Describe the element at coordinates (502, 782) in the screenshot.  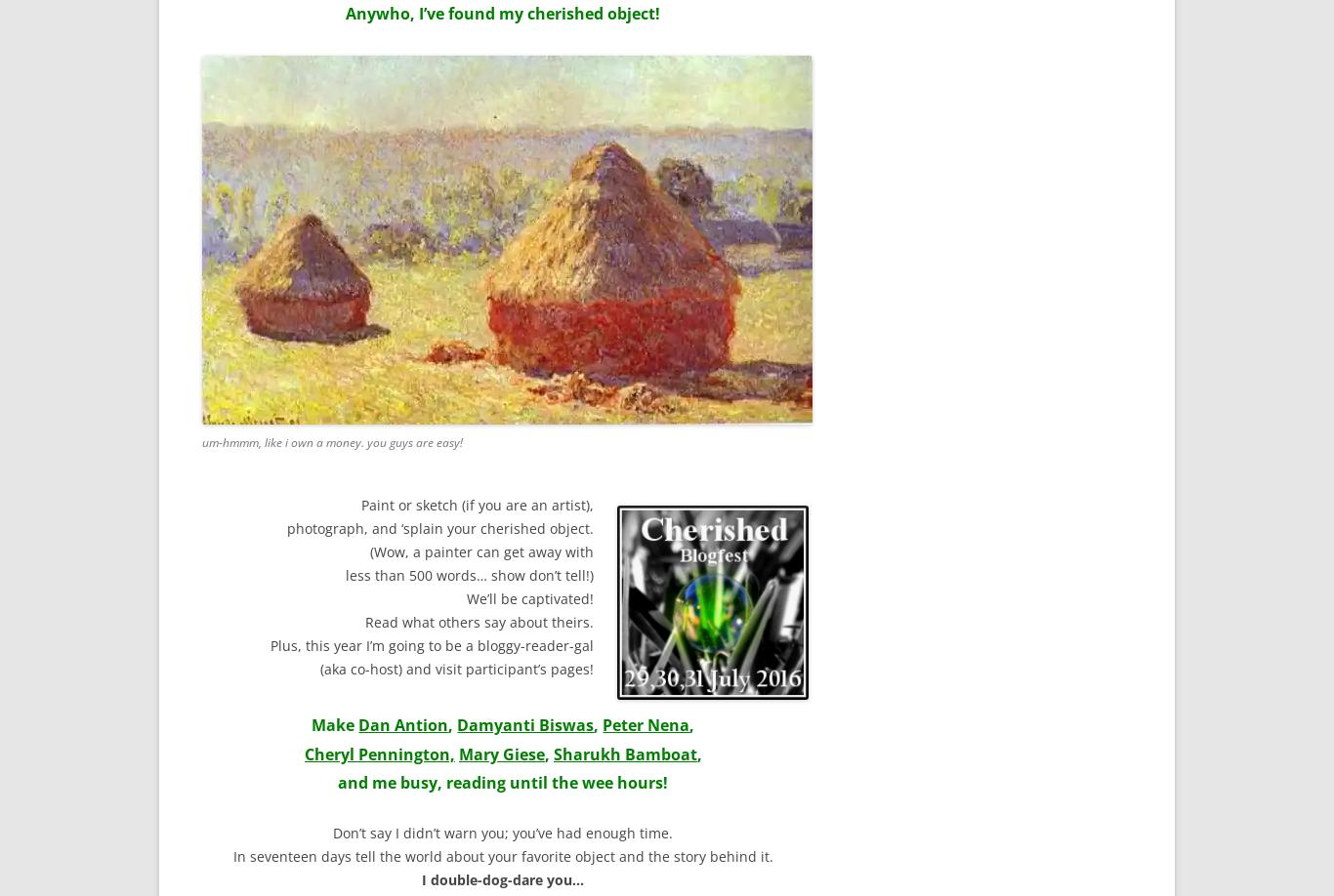
I see `'and me busy, reading until the wee hours!'` at that location.